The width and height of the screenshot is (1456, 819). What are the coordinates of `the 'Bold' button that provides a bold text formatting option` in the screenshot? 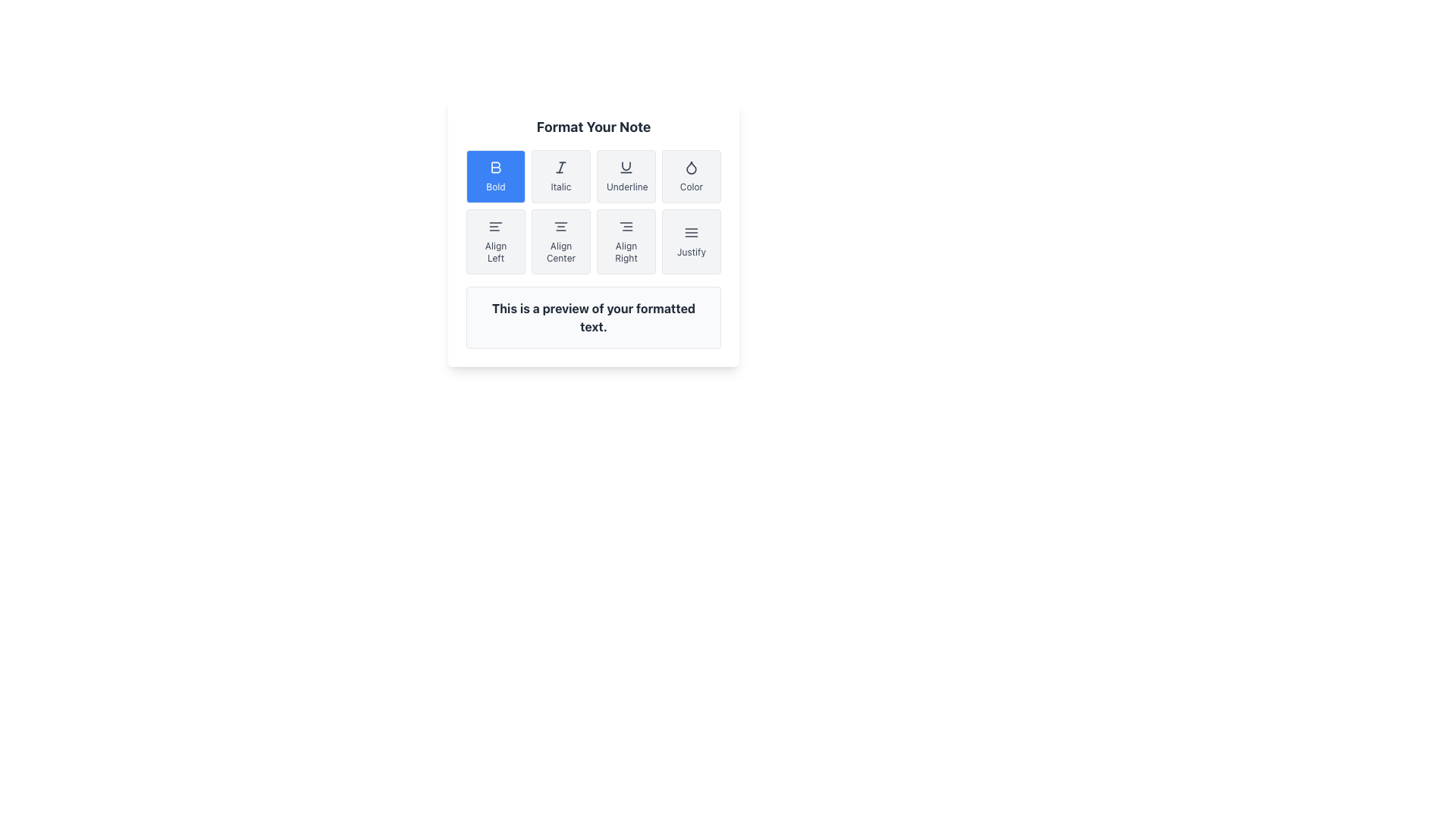 It's located at (495, 167).